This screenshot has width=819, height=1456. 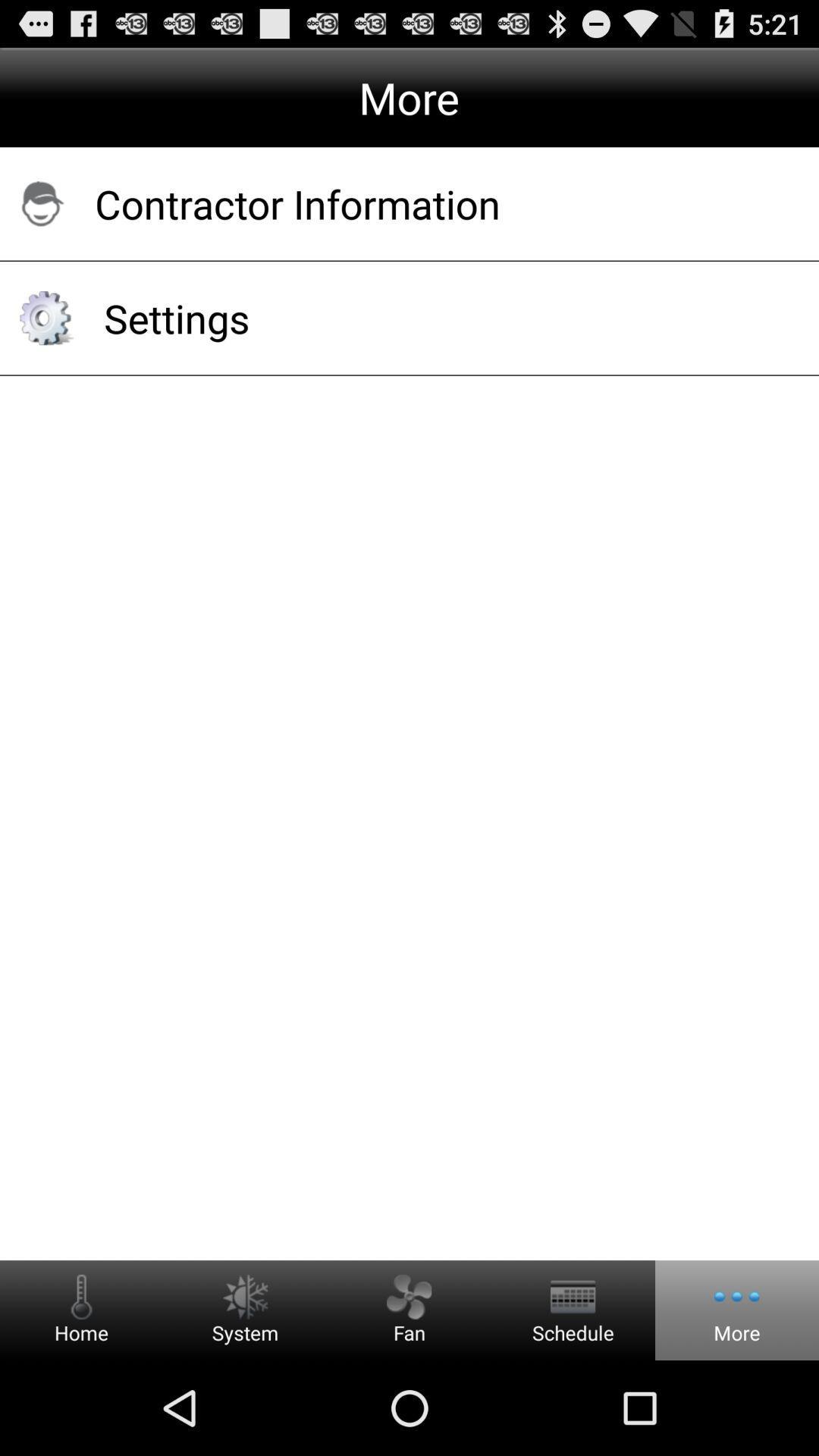 I want to click on app above the settings item, so click(x=437, y=202).